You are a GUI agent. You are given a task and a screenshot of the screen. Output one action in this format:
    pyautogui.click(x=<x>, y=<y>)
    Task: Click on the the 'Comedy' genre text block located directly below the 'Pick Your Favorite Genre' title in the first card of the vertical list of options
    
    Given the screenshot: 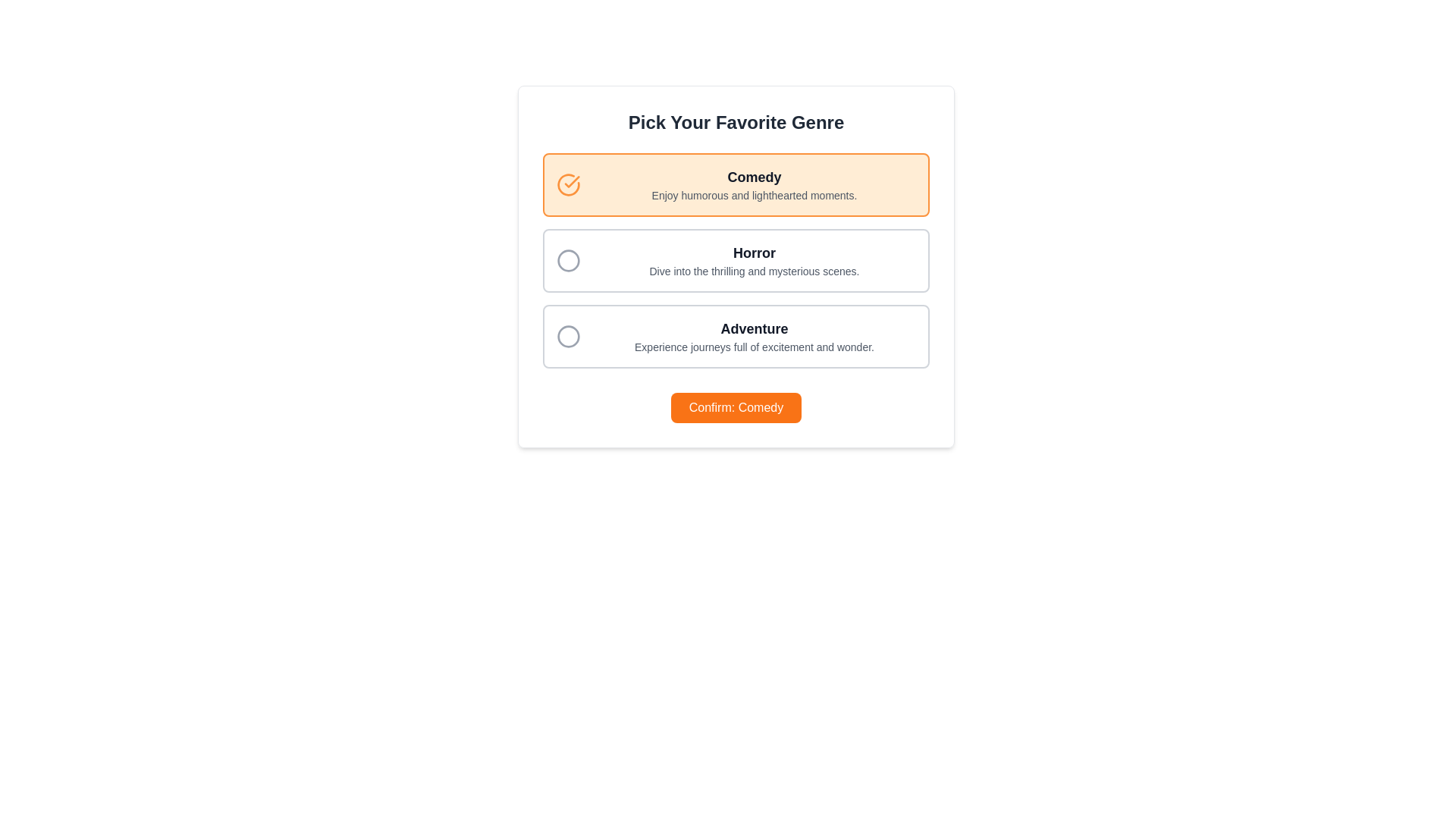 What is the action you would take?
    pyautogui.click(x=754, y=184)
    